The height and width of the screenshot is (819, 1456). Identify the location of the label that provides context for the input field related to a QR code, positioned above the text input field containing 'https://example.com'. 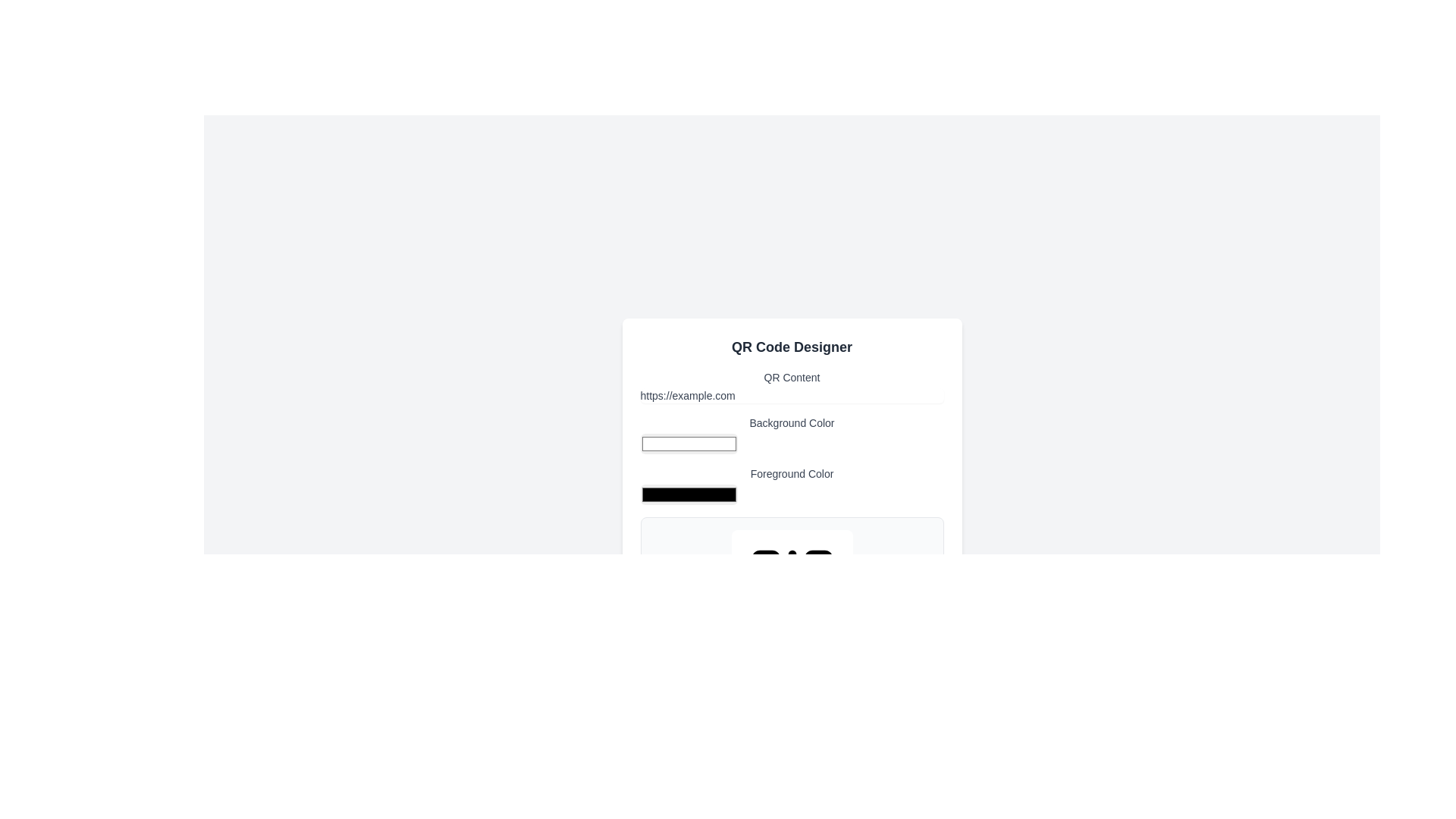
(791, 385).